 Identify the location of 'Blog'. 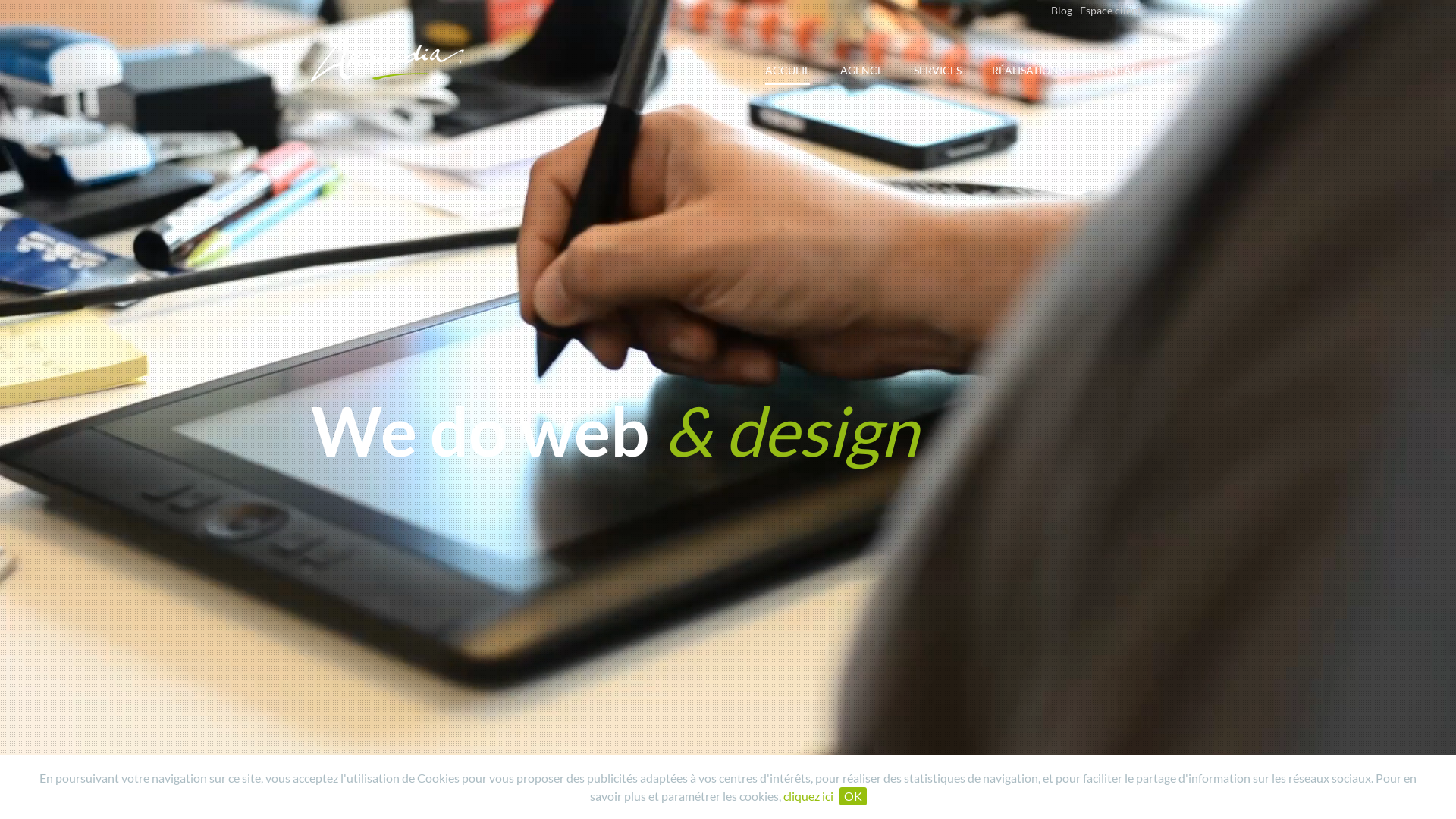
(1061, 10).